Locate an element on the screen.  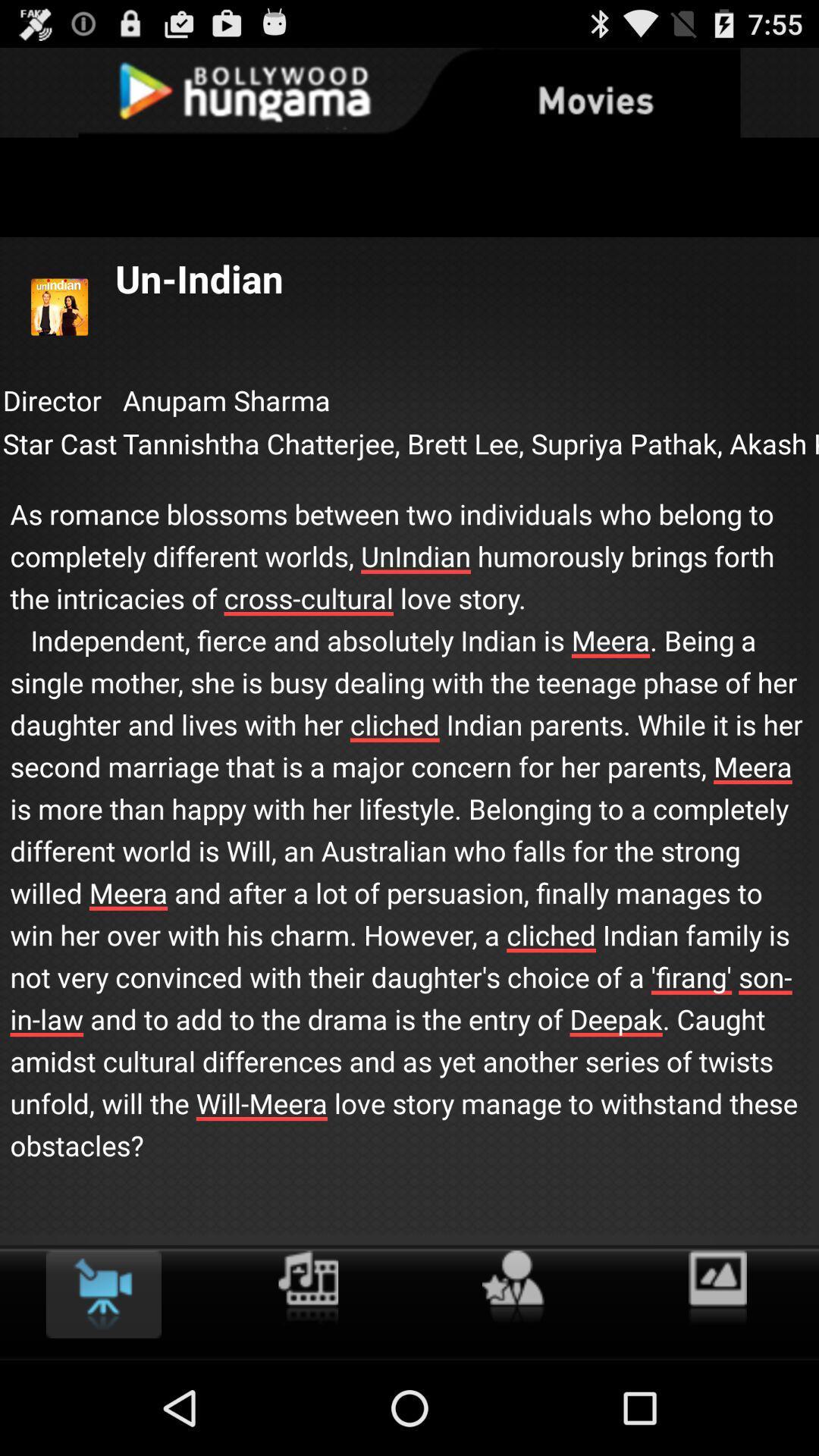
the as romance blossoms at the center is located at coordinates (409, 814).